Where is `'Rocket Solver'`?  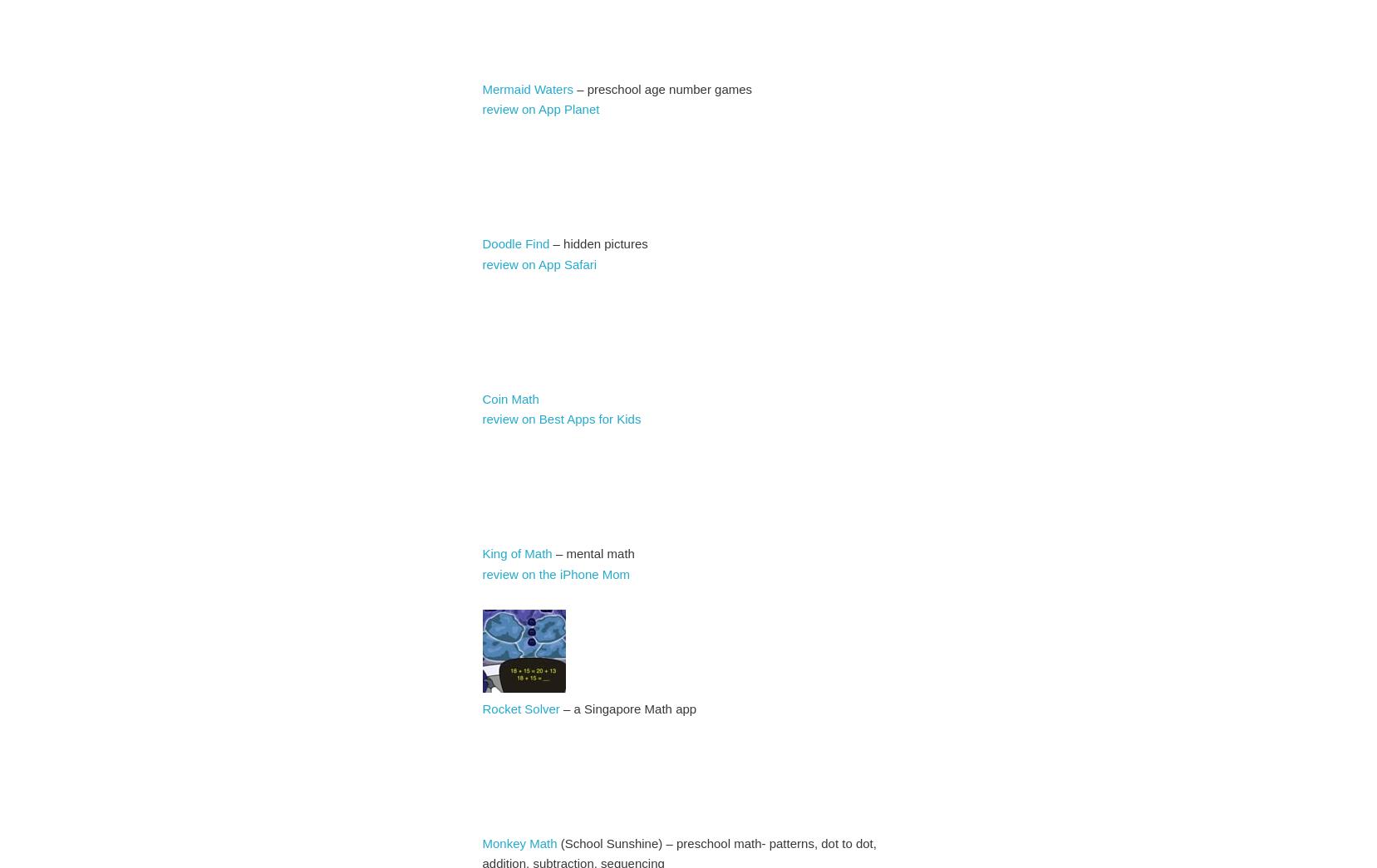
'Rocket Solver' is located at coordinates (481, 707).